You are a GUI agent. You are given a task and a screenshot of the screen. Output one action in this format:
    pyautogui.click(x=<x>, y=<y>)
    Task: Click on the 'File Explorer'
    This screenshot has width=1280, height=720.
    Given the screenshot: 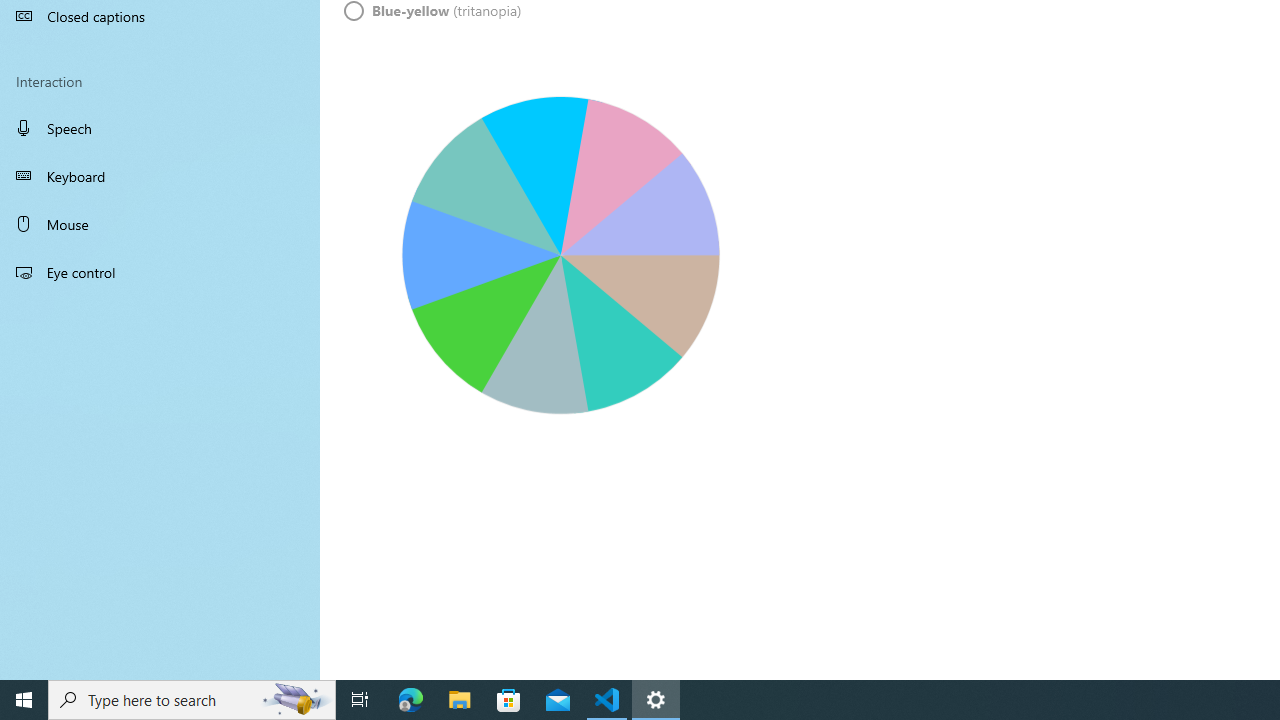 What is the action you would take?
    pyautogui.click(x=459, y=698)
    